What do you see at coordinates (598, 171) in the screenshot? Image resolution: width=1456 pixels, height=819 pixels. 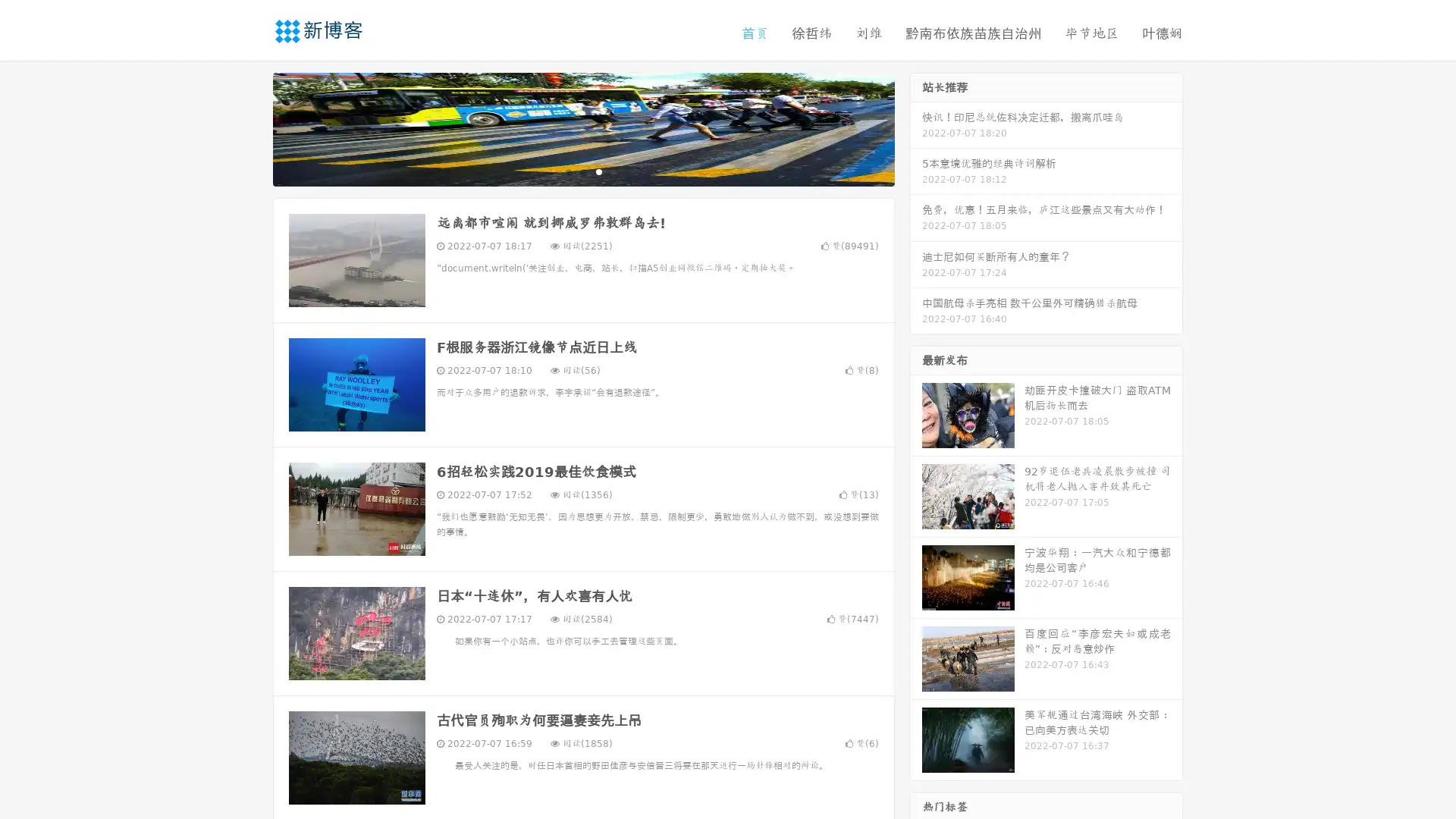 I see `Go to slide 3` at bounding box center [598, 171].